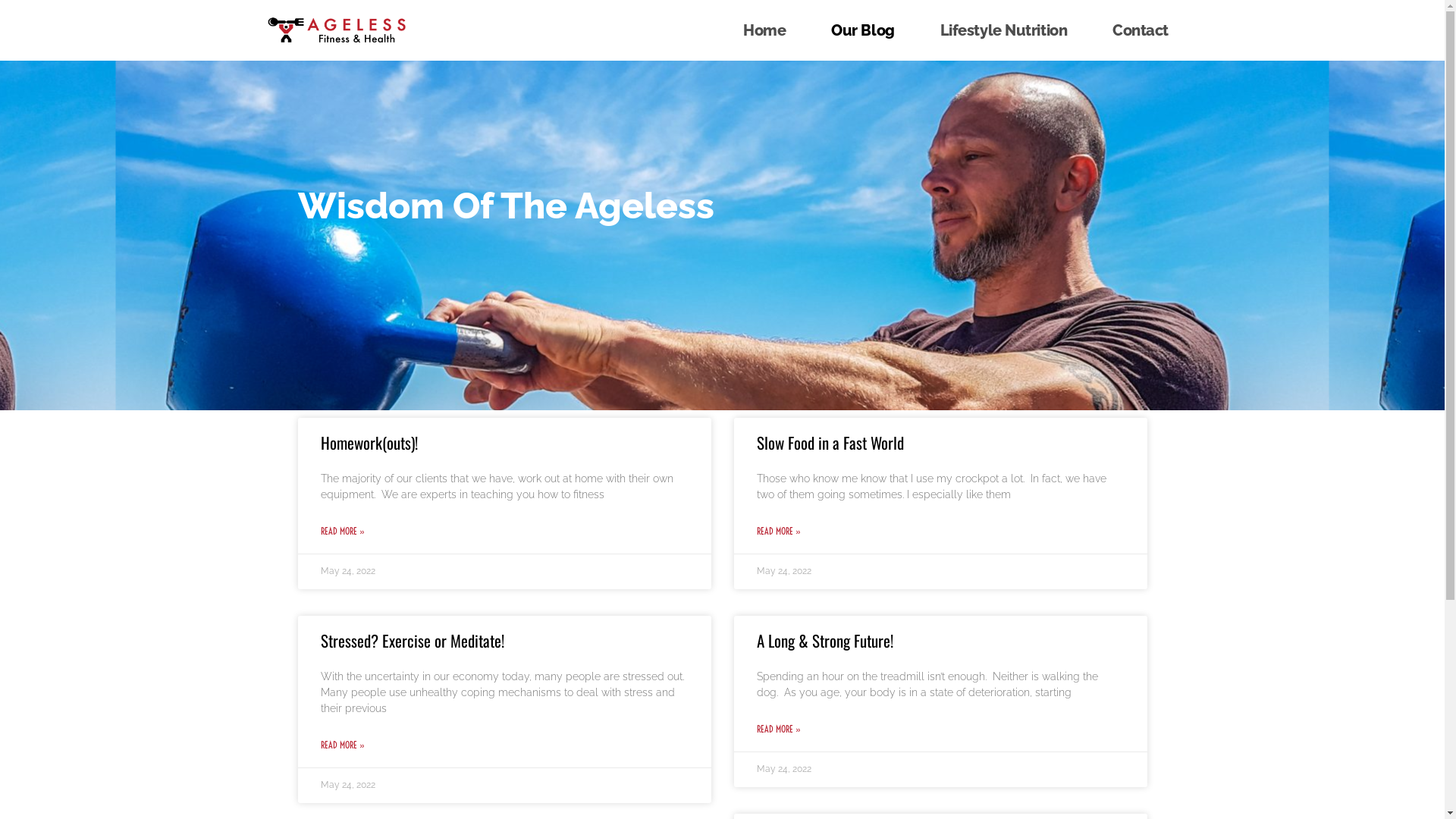 Image resolution: width=1456 pixels, height=819 pixels. What do you see at coordinates (1003, 30) in the screenshot?
I see `'Lifestyle Nutrition'` at bounding box center [1003, 30].